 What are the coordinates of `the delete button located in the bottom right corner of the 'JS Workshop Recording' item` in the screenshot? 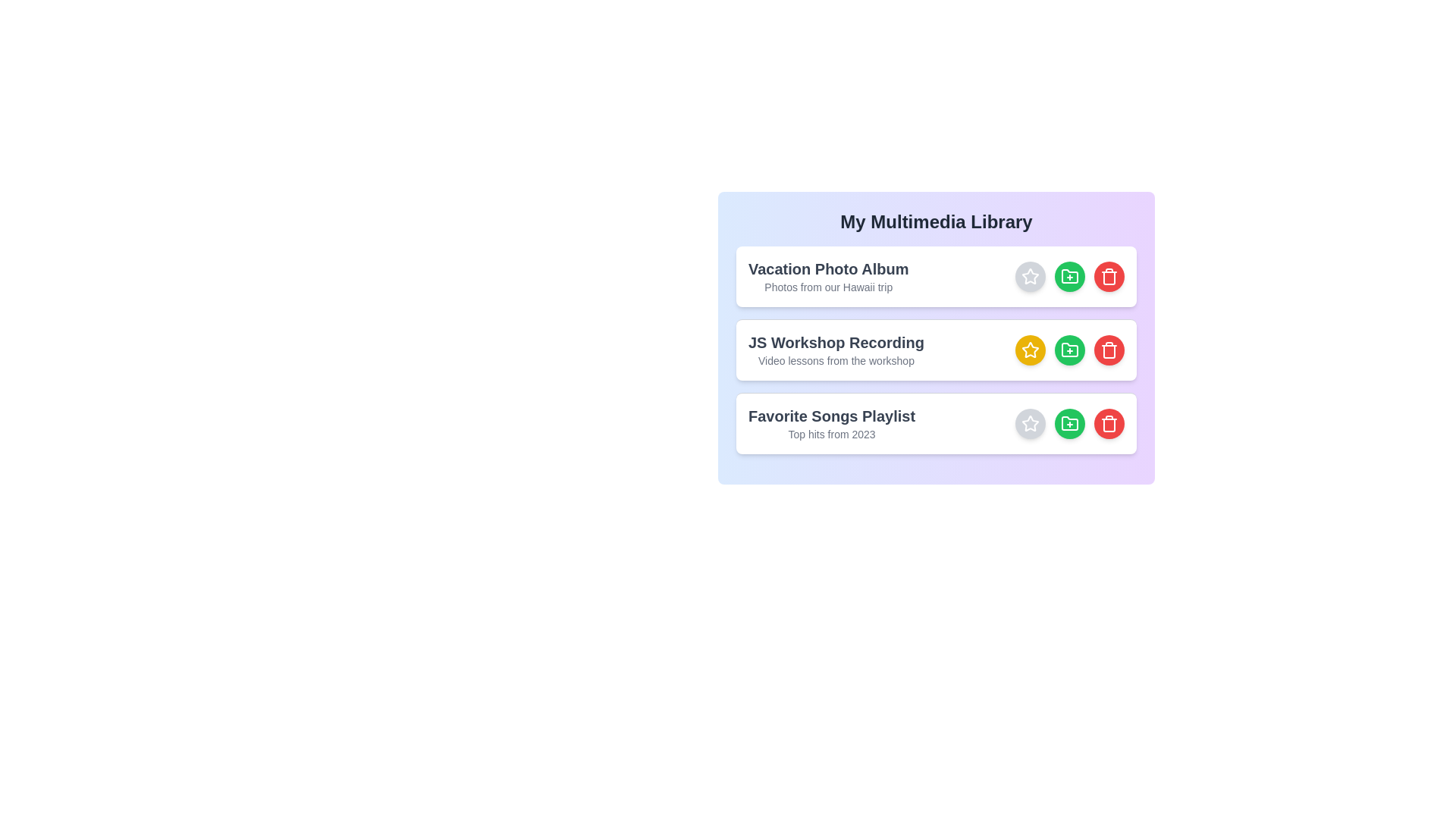 It's located at (1109, 350).